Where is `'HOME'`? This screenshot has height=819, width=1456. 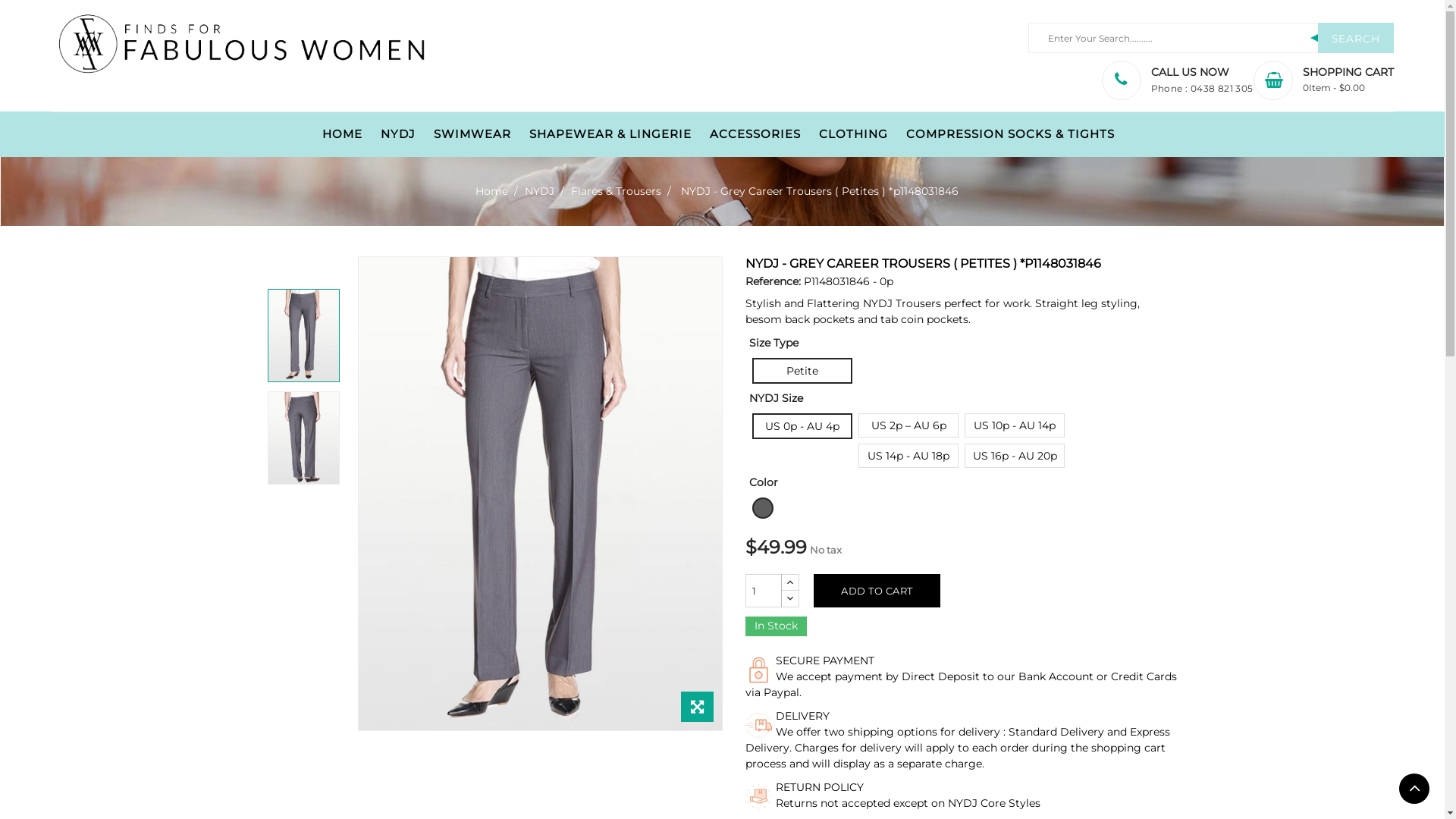 'HOME' is located at coordinates (341, 133).